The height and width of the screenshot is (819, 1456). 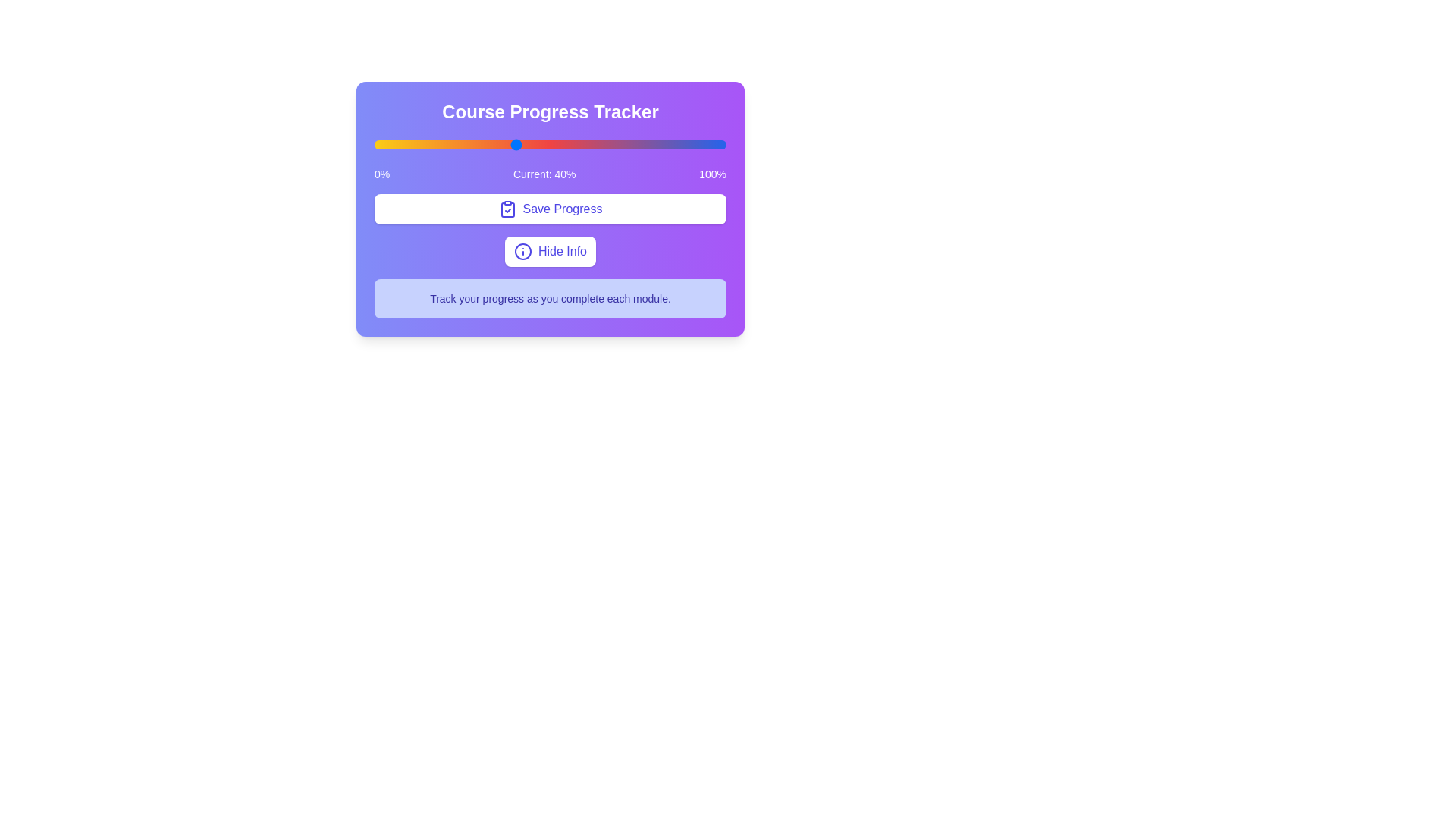 What do you see at coordinates (549, 298) in the screenshot?
I see `the Text Information Box that displays the message 'Track your progress as you complete each module.' which has a light indigo background and is located below the 'Hide Info' button in the Course Progress Tracker card` at bounding box center [549, 298].